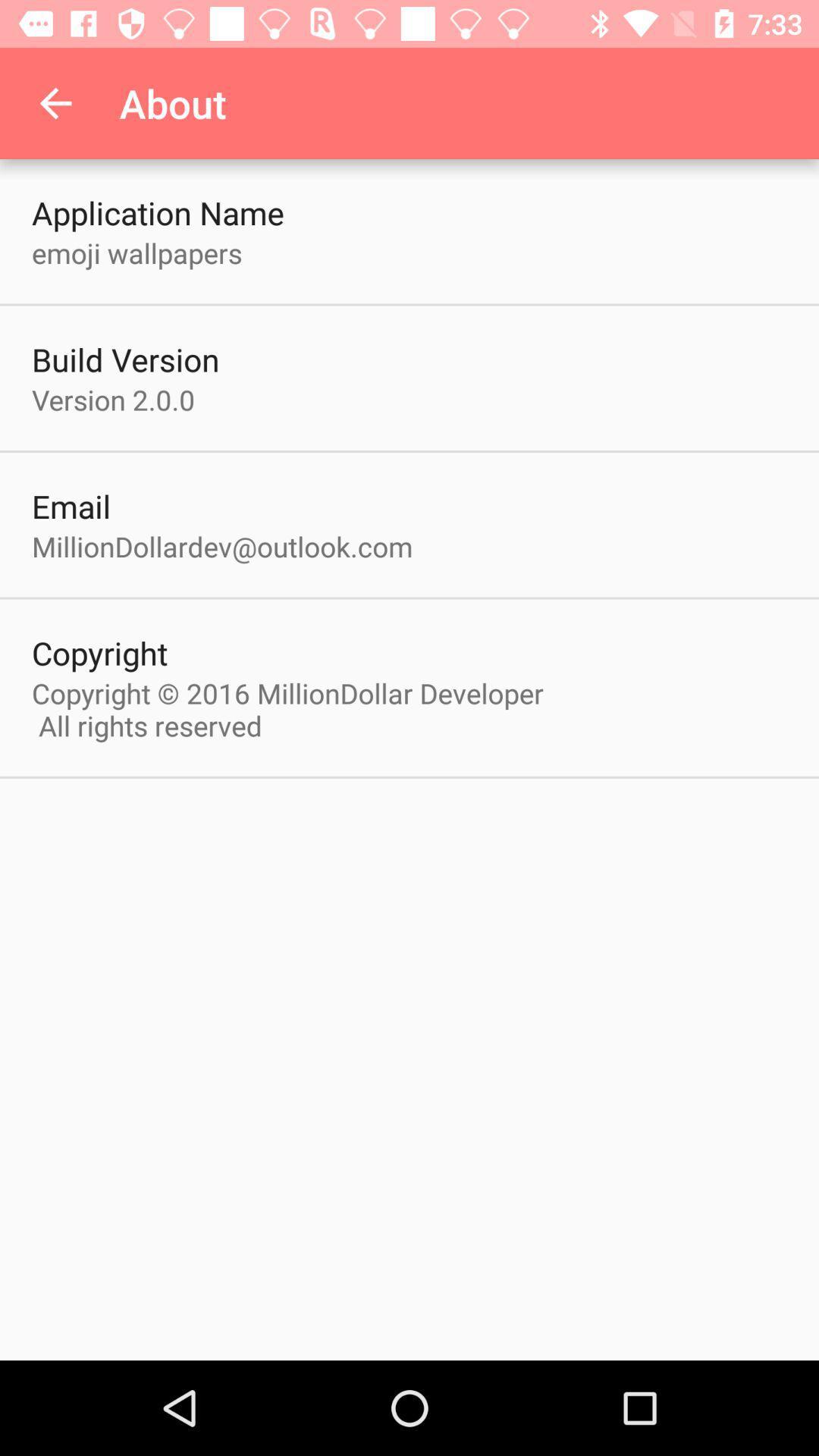  Describe the element at coordinates (158, 212) in the screenshot. I see `the application name icon` at that location.